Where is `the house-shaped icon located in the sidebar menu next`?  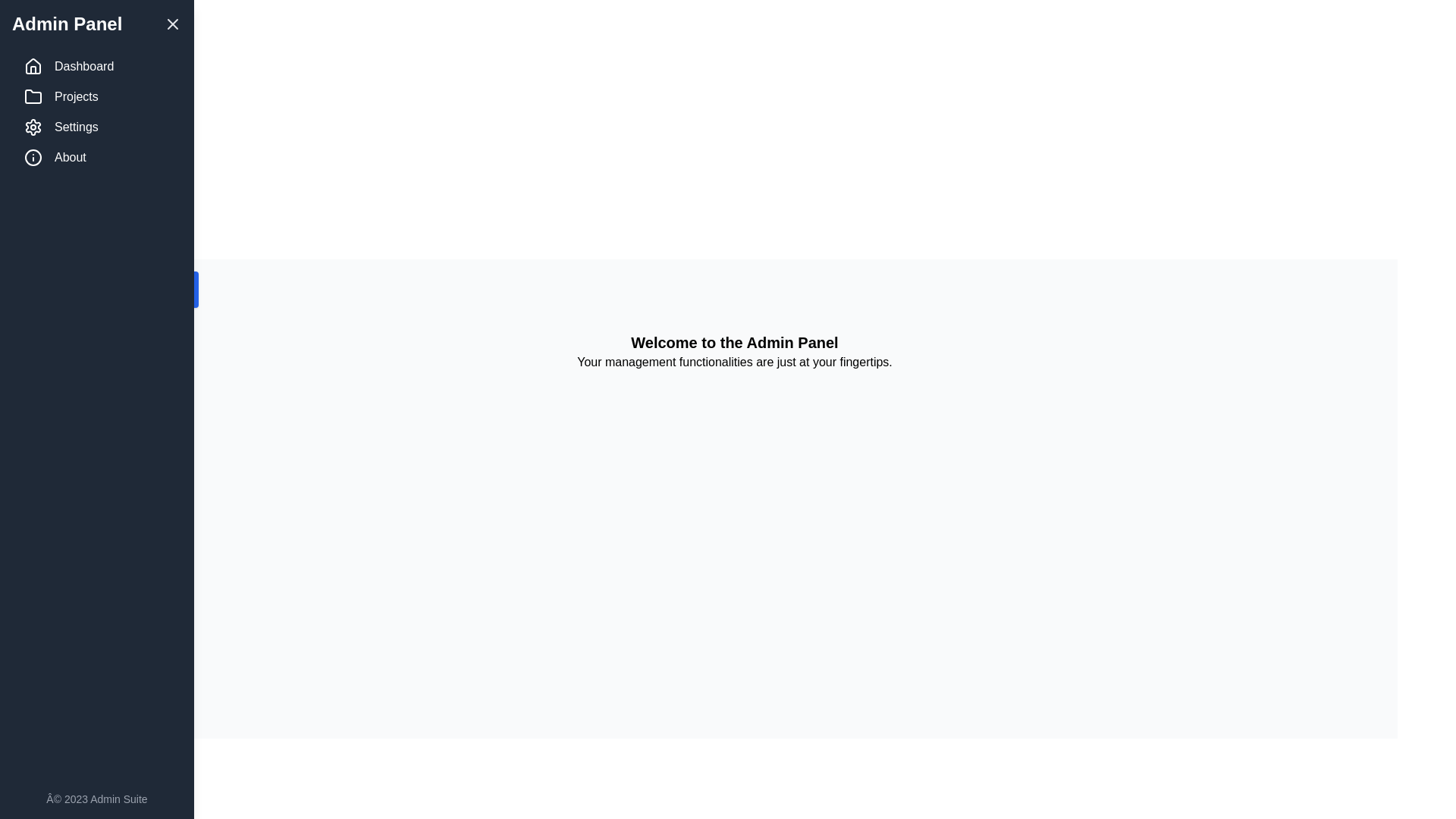 the house-shaped icon located in the sidebar menu next is located at coordinates (33, 65).